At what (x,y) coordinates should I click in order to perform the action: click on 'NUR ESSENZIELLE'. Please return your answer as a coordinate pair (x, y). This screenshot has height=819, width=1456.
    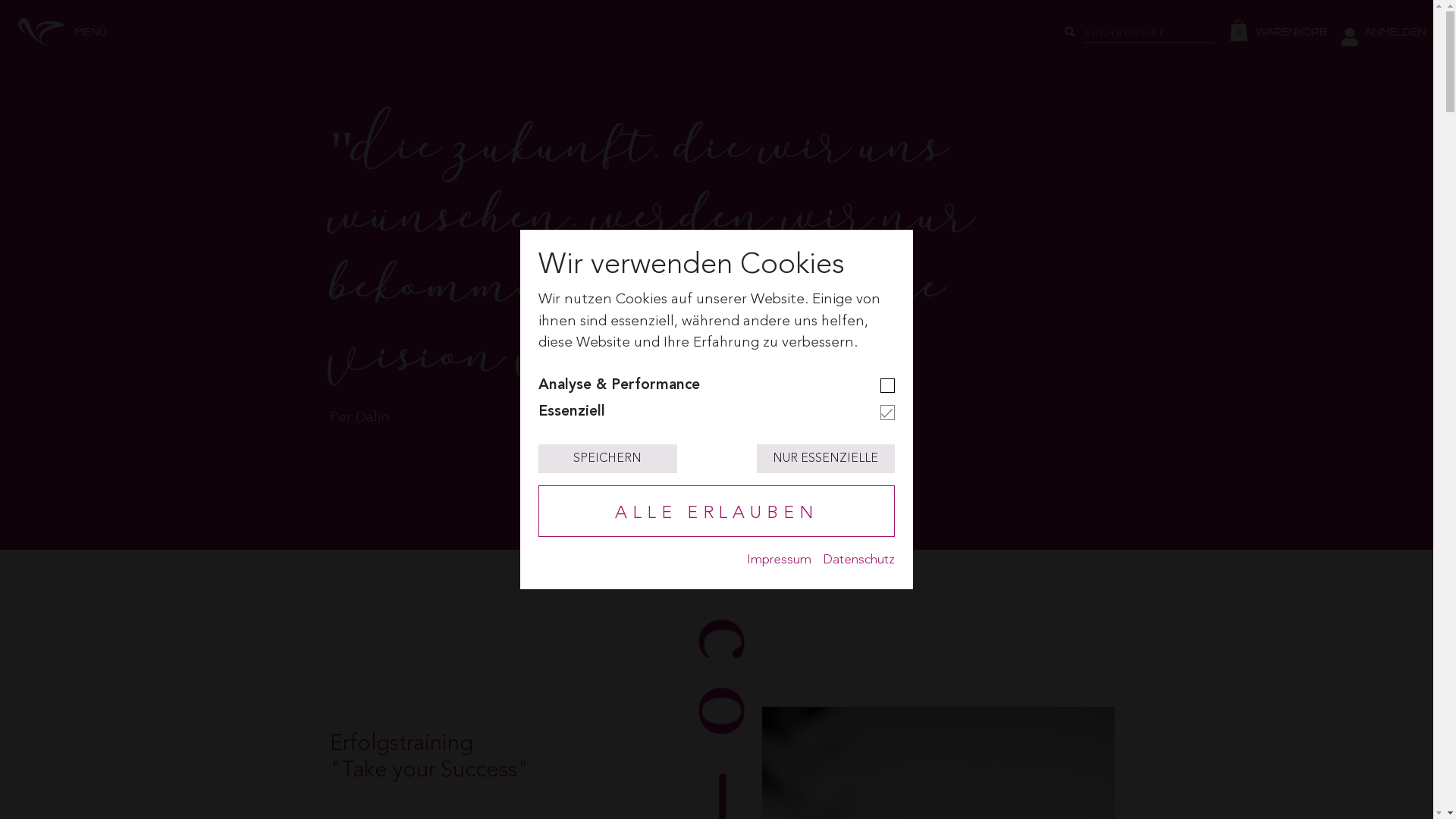
    Looking at the image, I should click on (825, 458).